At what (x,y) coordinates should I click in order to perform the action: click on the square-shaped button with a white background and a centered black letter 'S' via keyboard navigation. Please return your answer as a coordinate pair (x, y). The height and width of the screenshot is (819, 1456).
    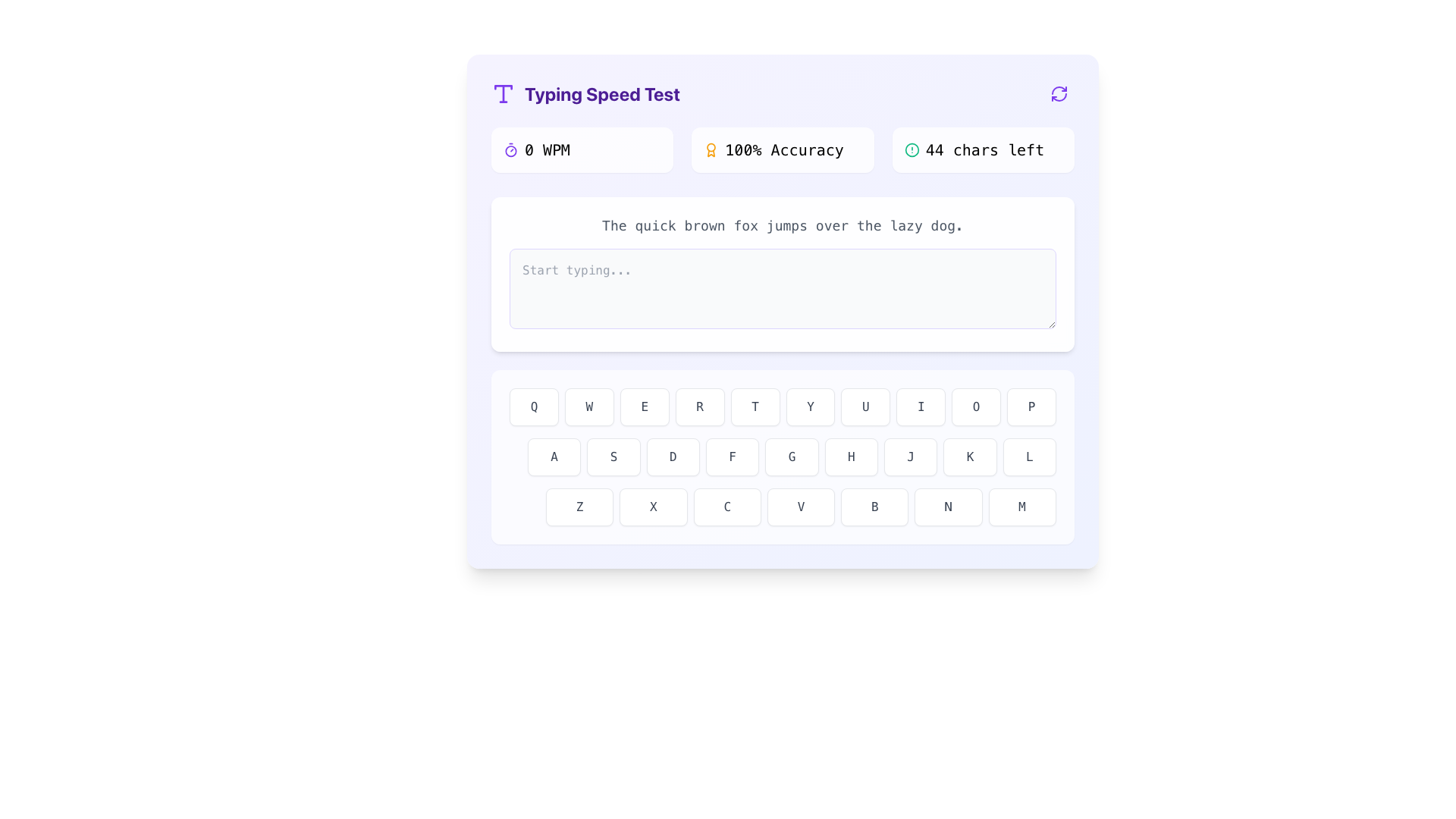
    Looking at the image, I should click on (613, 456).